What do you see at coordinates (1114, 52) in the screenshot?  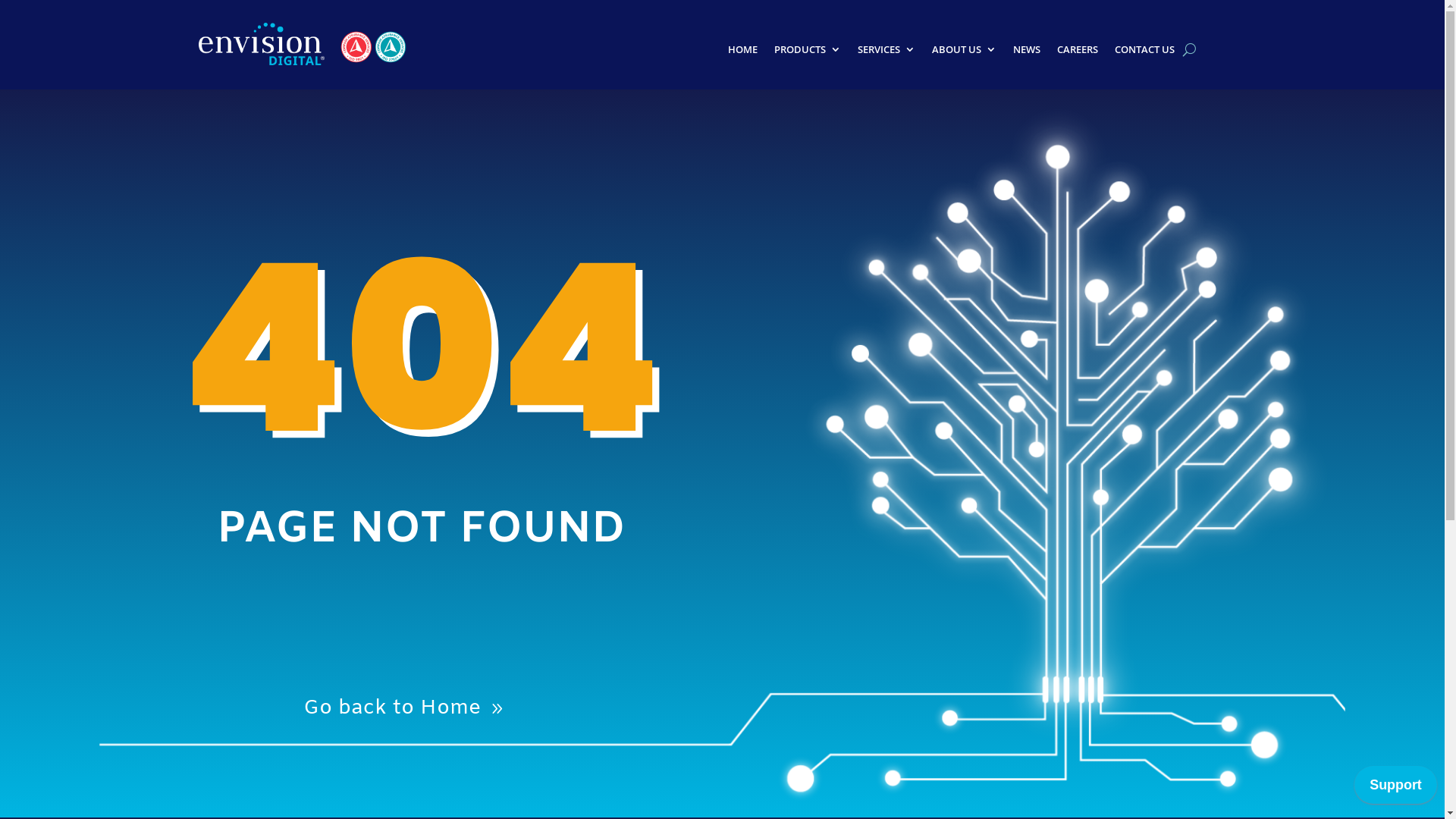 I see `'CONTACT US'` at bounding box center [1114, 52].